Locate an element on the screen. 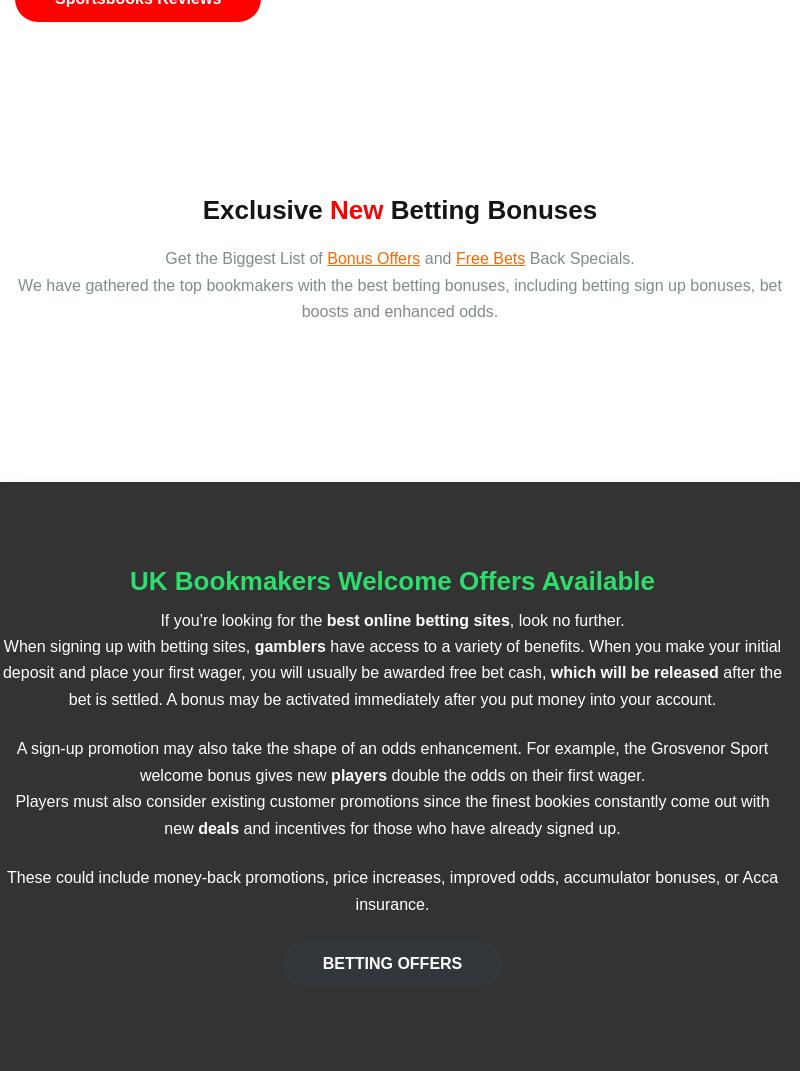 This screenshot has width=800, height=1071. 'best online betting sites' is located at coordinates (417, 618).